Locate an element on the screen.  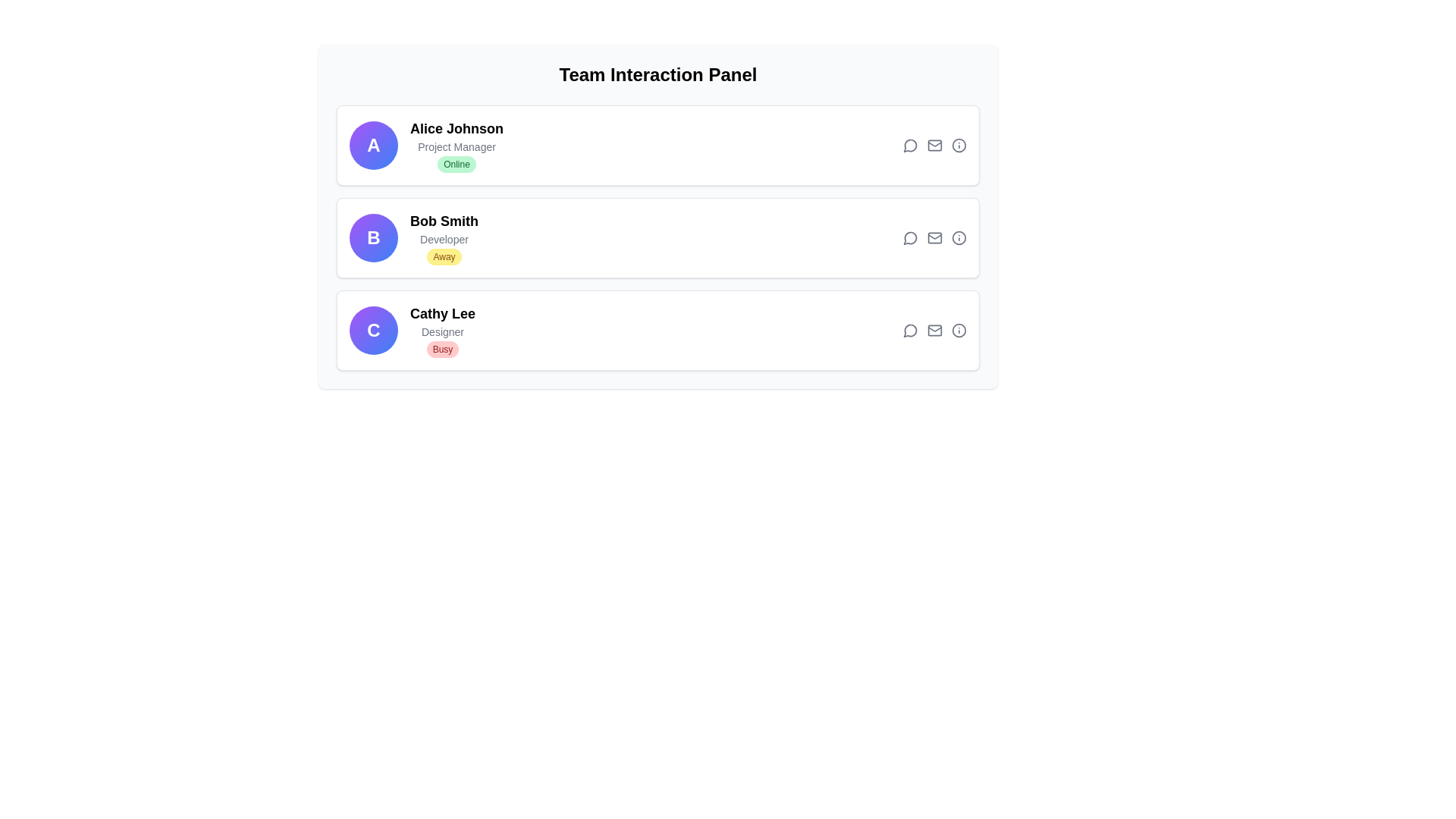
the envelope icon, which is the second icon from the left in the user interaction section of the 'Cathy Lee' profile row, to send a message is located at coordinates (934, 329).